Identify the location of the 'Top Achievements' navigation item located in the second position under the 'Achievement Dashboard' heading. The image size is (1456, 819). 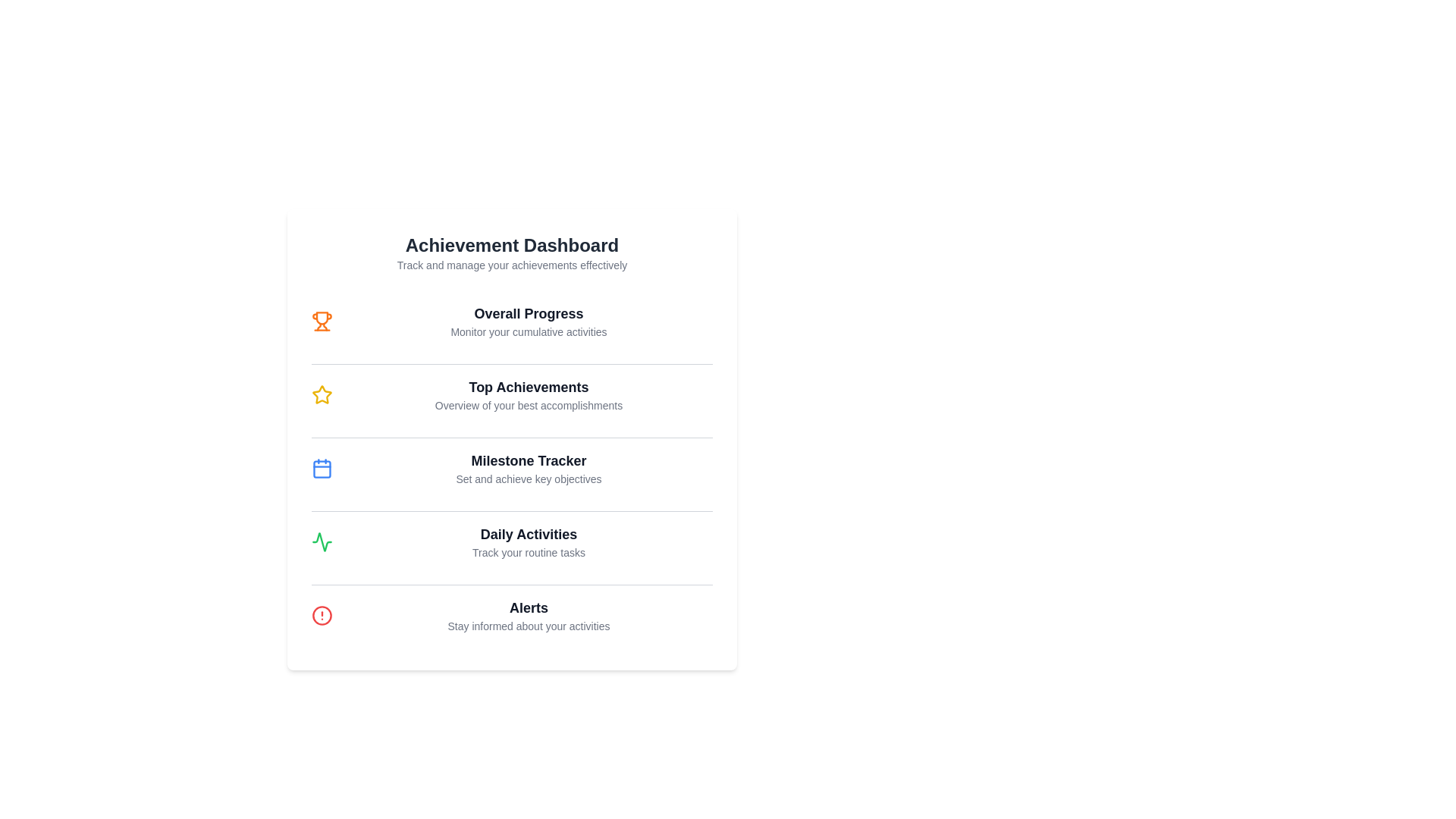
(512, 394).